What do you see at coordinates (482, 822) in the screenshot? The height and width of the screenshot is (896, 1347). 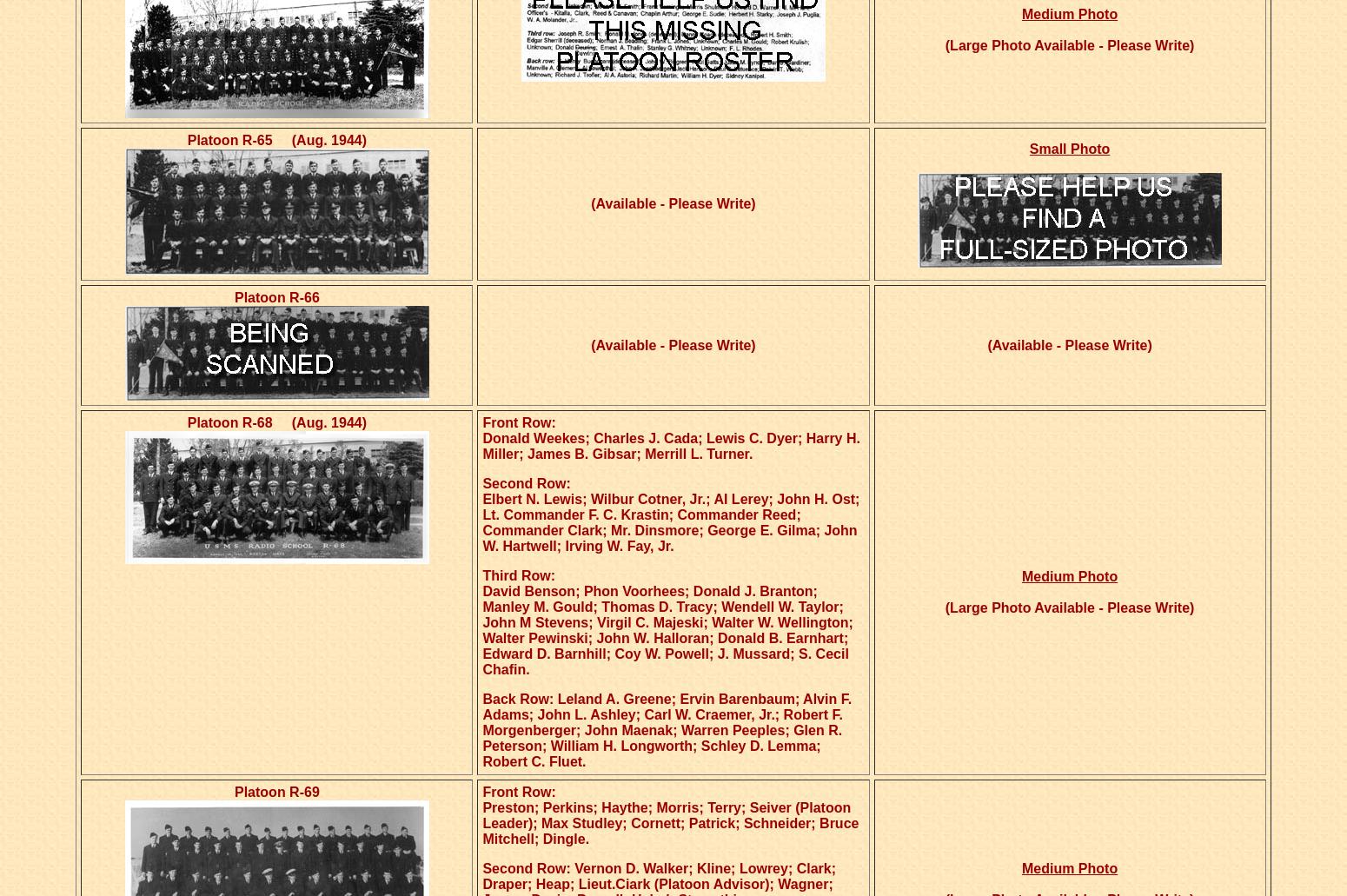 I see `'Preston; Perkins; Haythe; Morris; Terry; Seiver (Platoon Leader); Max Studley; Cornett; Patrick; Schneider; Bruce Mitchell; Dingle.'` at bounding box center [482, 822].